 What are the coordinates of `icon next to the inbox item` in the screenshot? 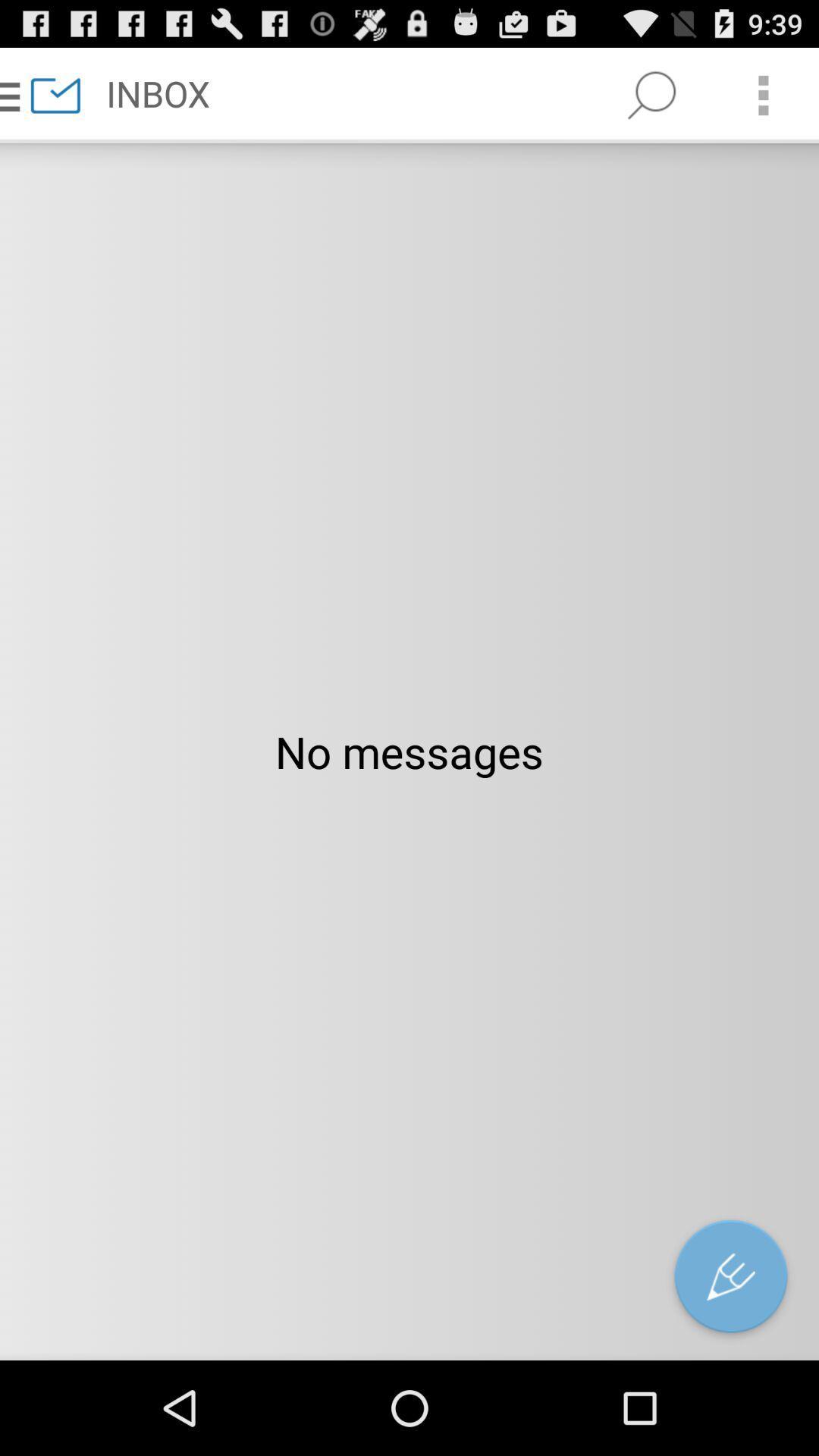 It's located at (651, 94).